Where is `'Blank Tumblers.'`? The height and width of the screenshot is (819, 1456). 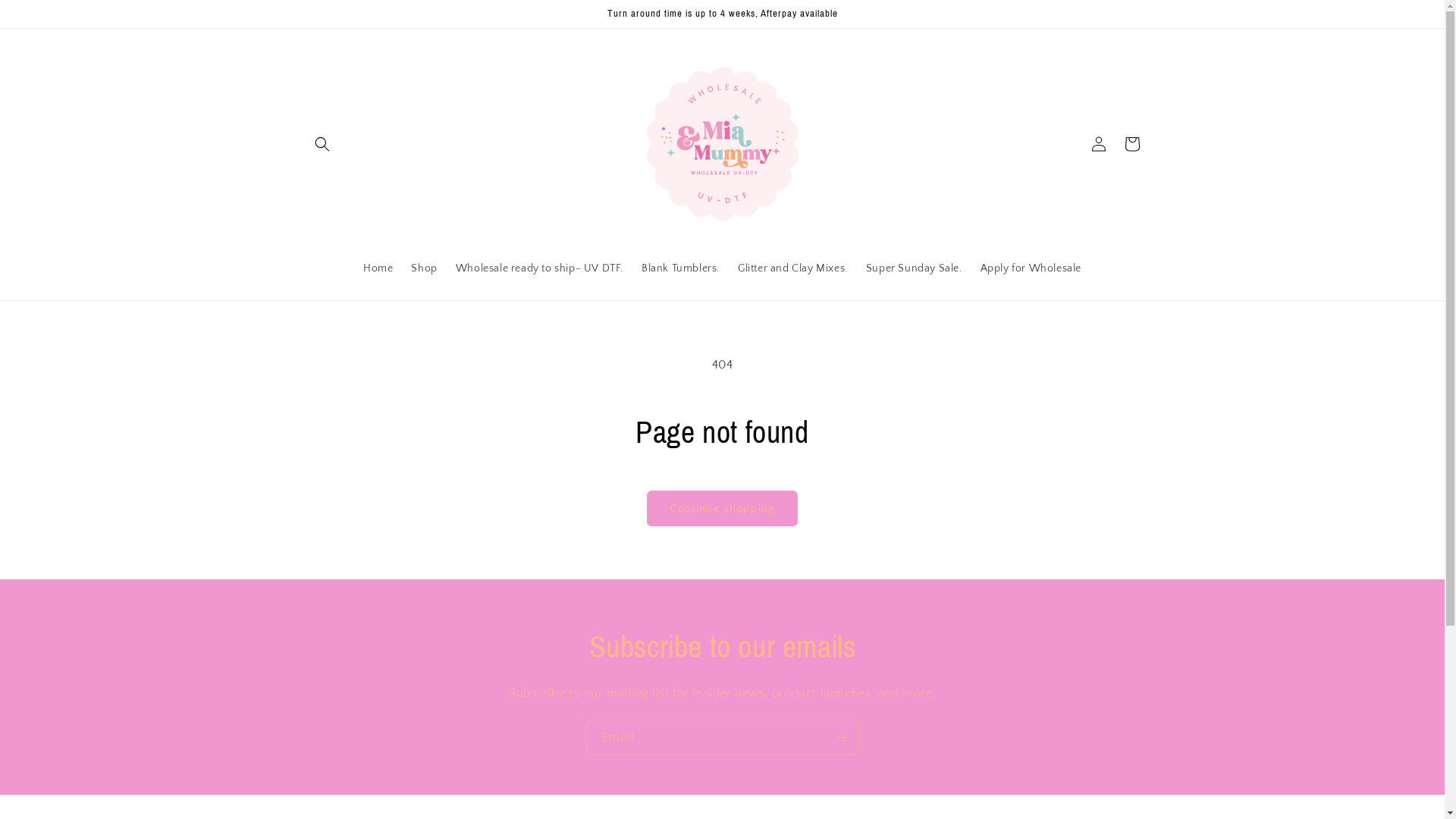
'Blank Tumblers.' is located at coordinates (679, 268).